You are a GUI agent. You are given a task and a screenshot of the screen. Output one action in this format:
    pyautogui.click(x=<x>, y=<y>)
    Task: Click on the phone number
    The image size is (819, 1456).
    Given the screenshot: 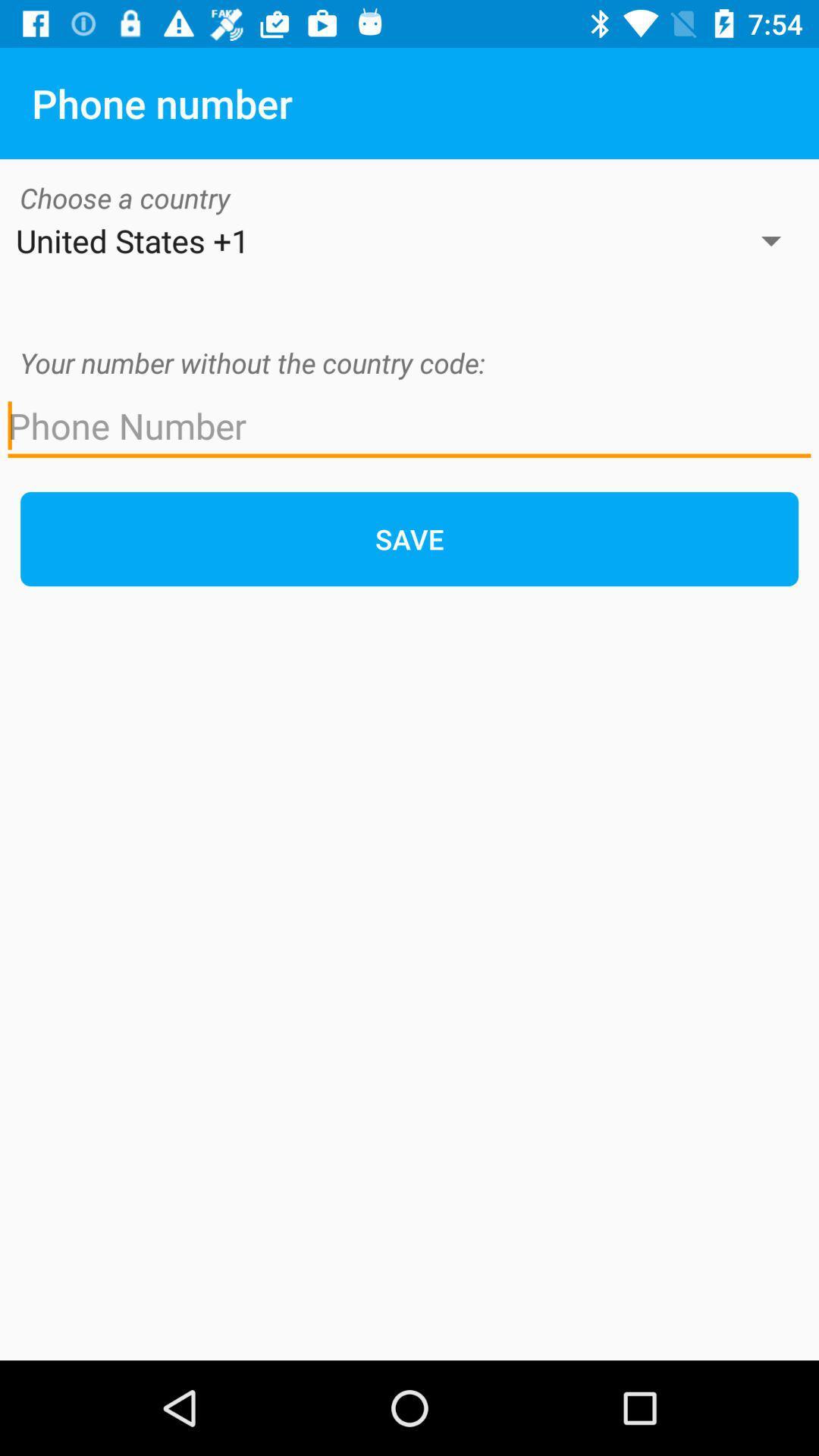 What is the action you would take?
    pyautogui.click(x=409, y=425)
    